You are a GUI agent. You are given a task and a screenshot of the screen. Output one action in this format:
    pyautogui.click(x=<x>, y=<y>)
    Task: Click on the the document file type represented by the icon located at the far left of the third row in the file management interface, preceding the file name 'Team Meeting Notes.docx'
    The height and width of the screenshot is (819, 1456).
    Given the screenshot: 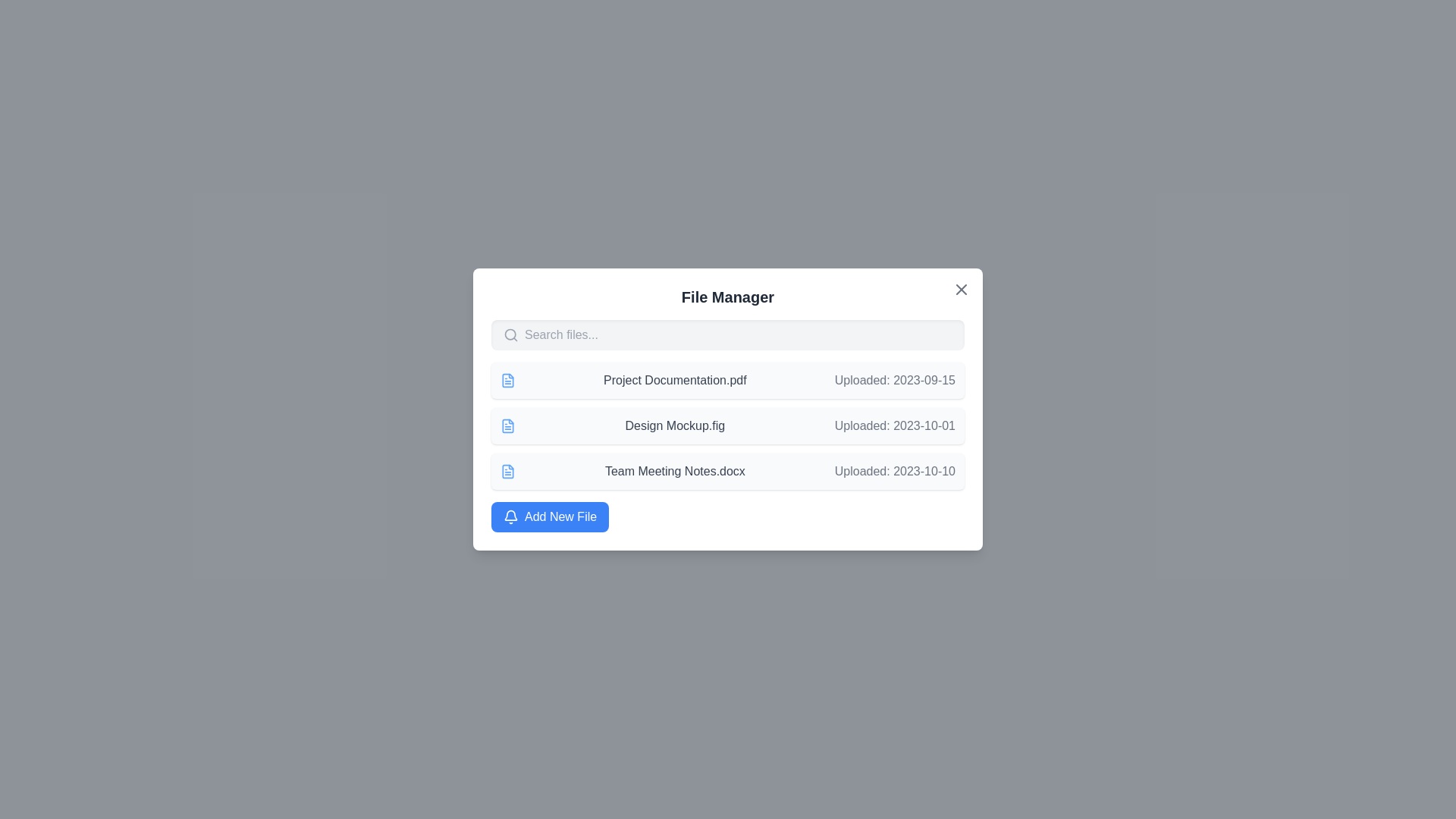 What is the action you would take?
    pyautogui.click(x=508, y=470)
    